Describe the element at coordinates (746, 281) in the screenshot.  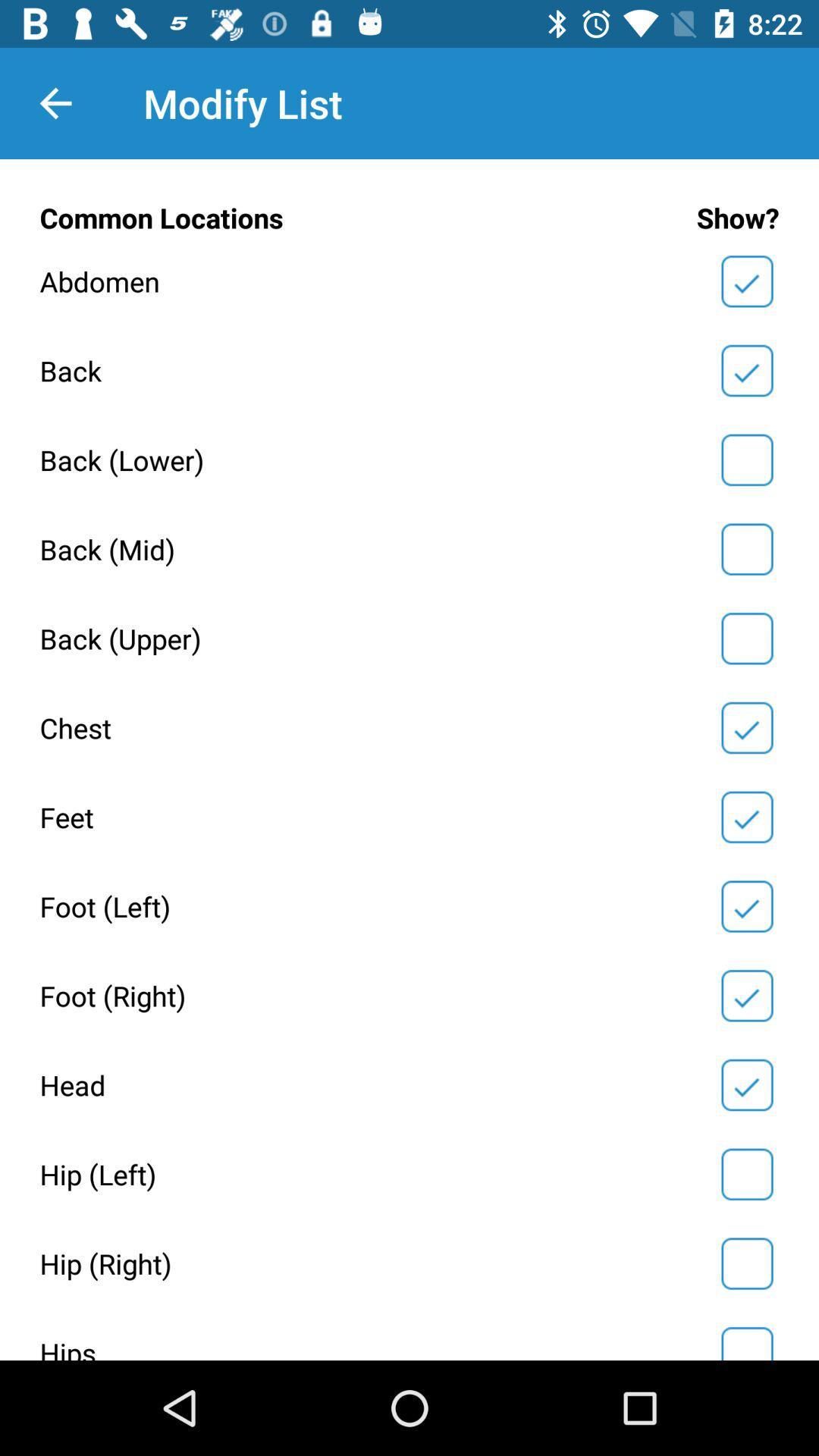
I see `to allow modifications to the abdomen` at that location.